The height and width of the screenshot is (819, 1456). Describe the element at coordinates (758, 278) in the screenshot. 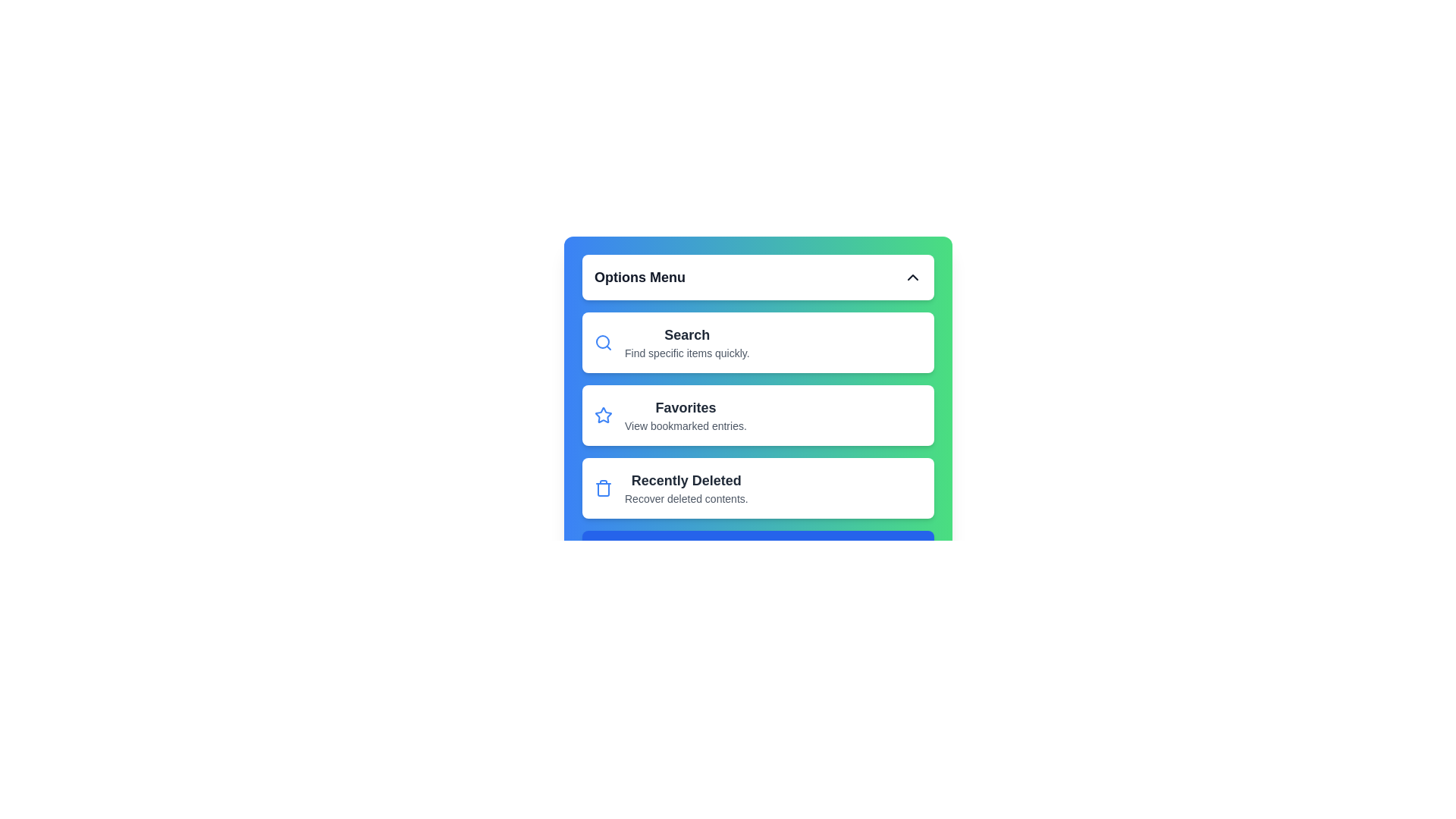

I see `the Dropdown Header or Toggle Button that expands or collapses the menu contents for accessibility interactions` at that location.